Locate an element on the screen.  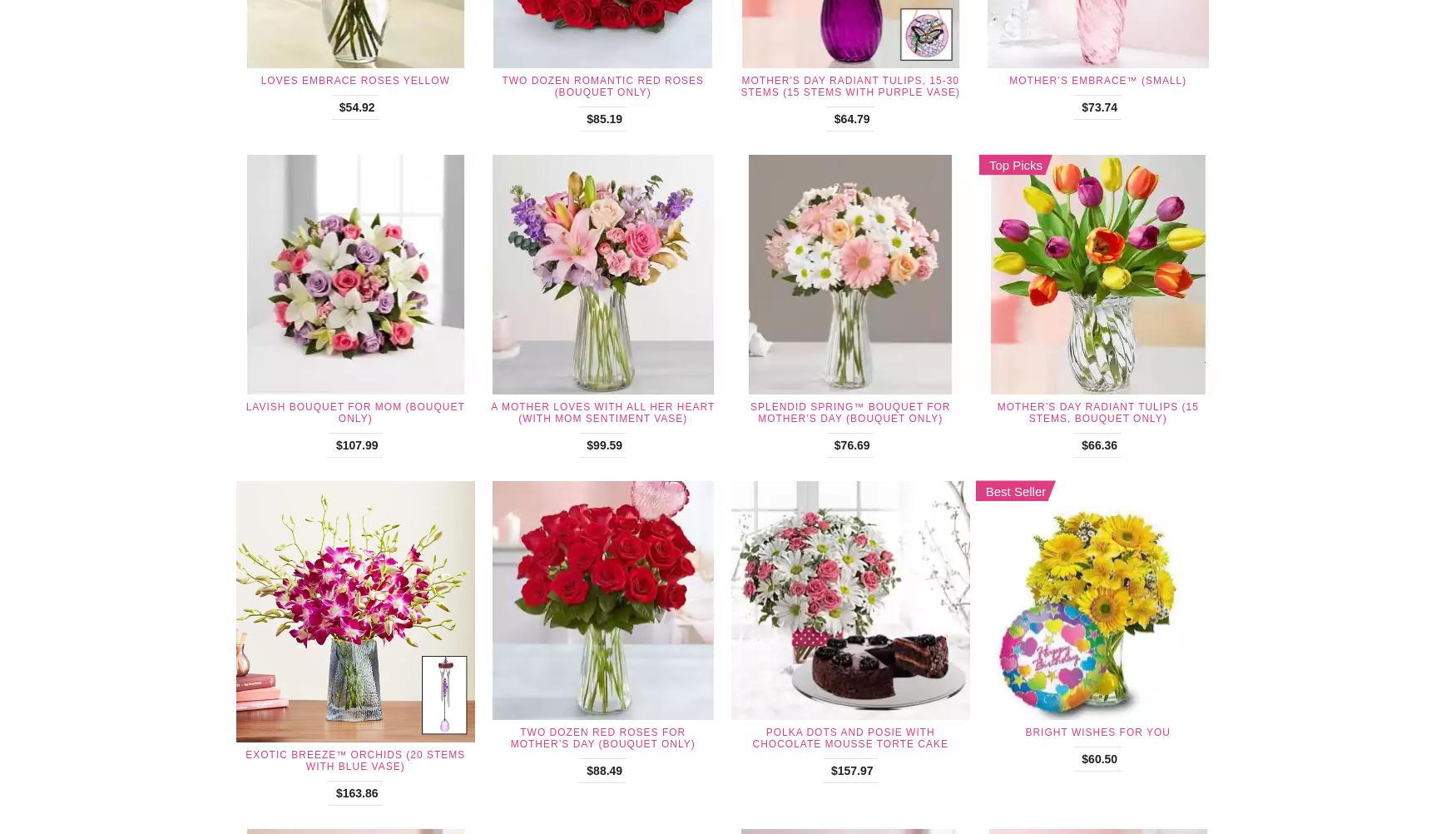
'$66.36' is located at coordinates (1099, 444).